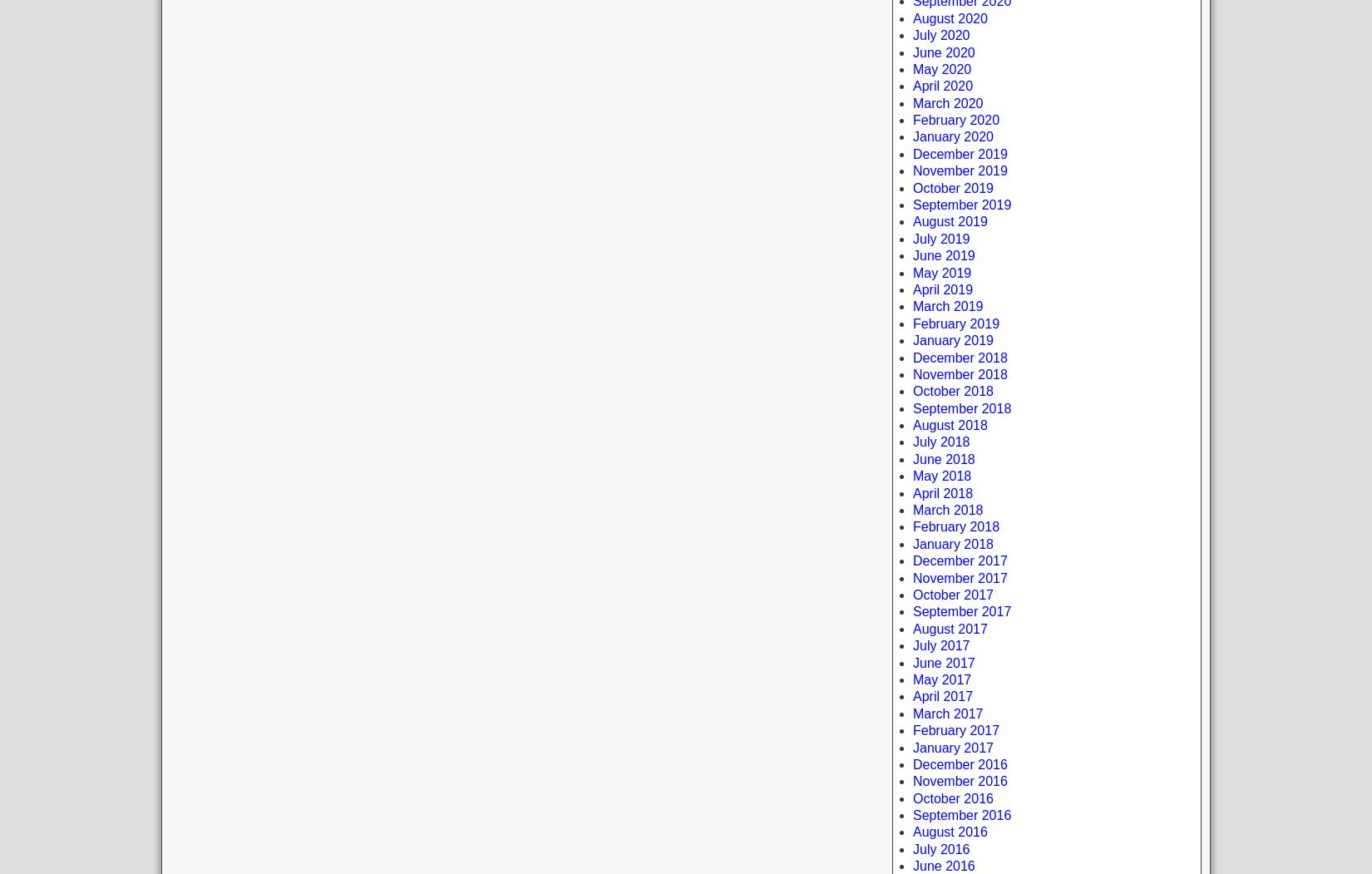 The height and width of the screenshot is (874, 1372). Describe the element at coordinates (944, 865) in the screenshot. I see `'June 2016'` at that location.